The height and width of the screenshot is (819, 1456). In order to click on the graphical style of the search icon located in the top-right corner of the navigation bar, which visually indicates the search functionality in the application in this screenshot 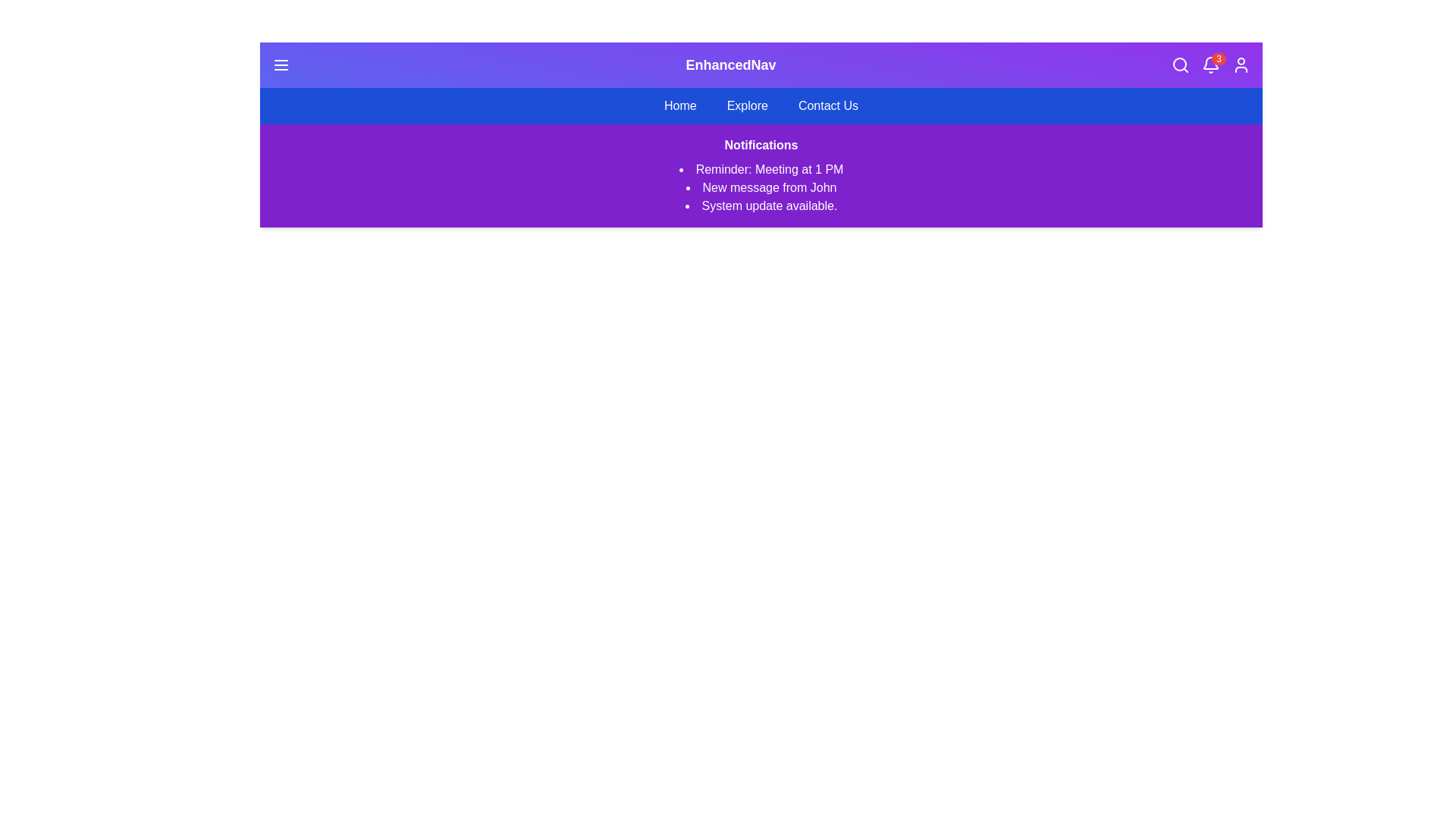, I will do `click(1178, 63)`.